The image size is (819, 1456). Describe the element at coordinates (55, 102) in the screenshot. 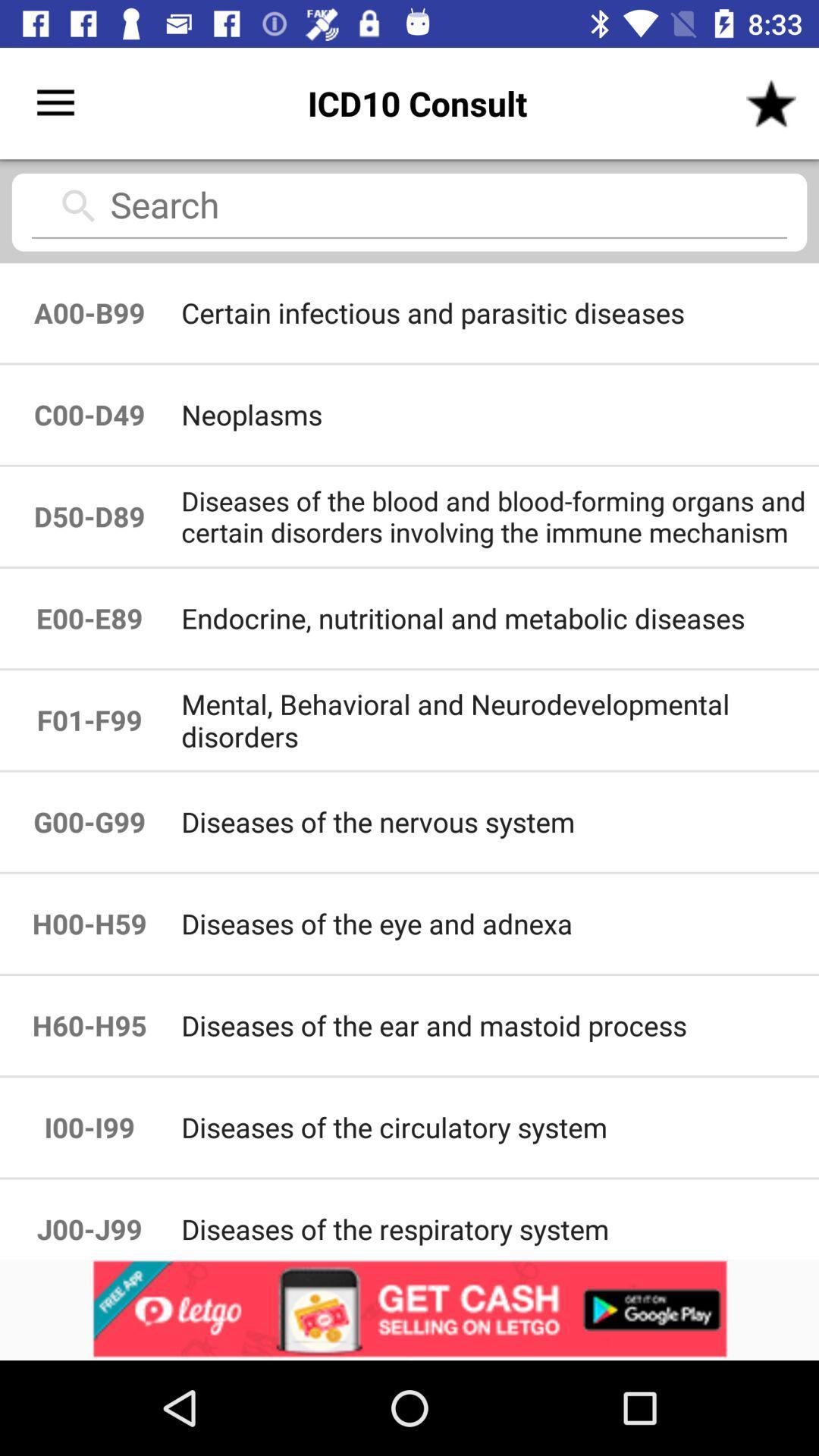

I see `the item next to icd10 consult` at that location.